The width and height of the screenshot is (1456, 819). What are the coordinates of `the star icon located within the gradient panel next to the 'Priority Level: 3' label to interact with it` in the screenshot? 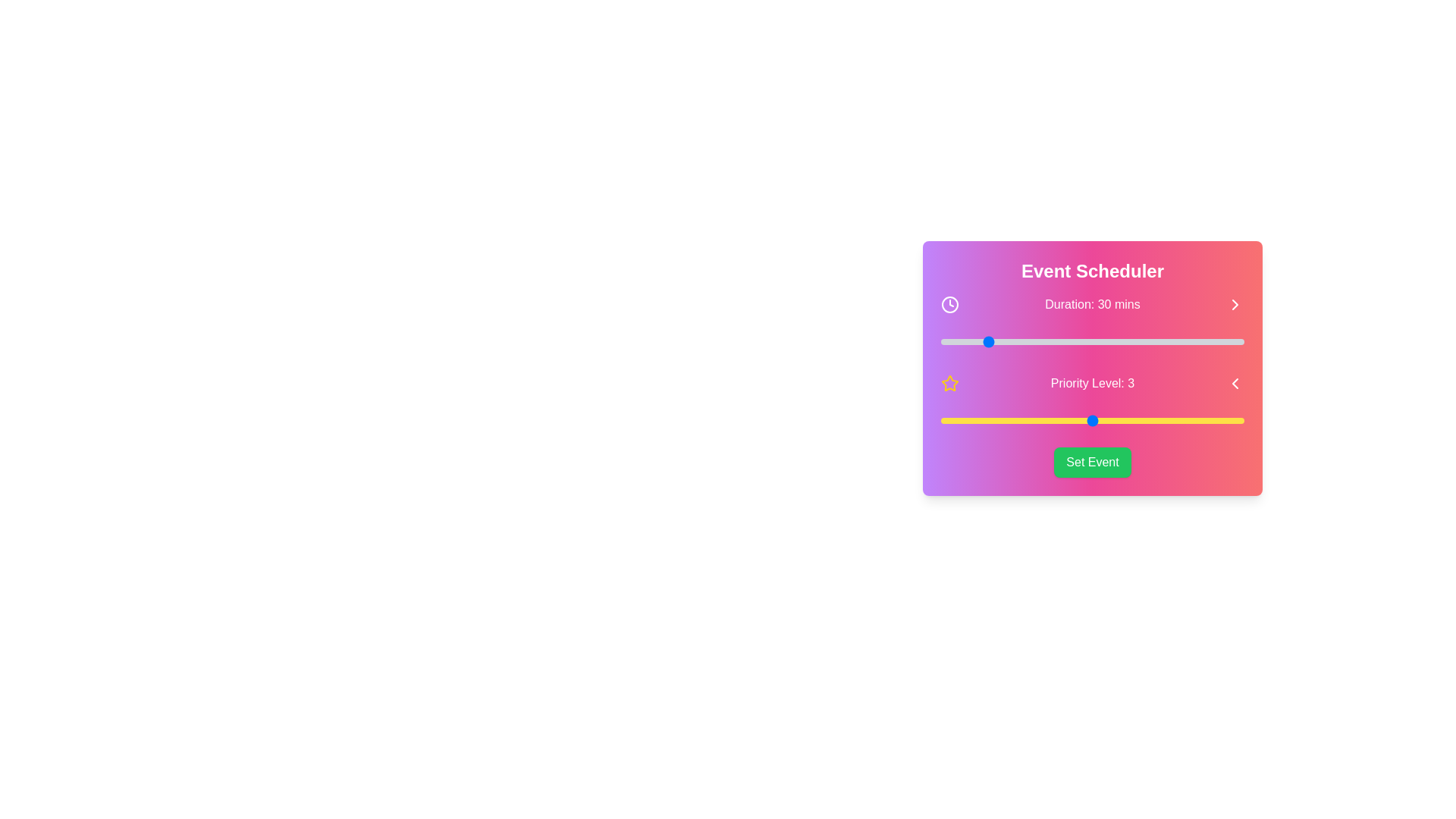 It's located at (949, 382).